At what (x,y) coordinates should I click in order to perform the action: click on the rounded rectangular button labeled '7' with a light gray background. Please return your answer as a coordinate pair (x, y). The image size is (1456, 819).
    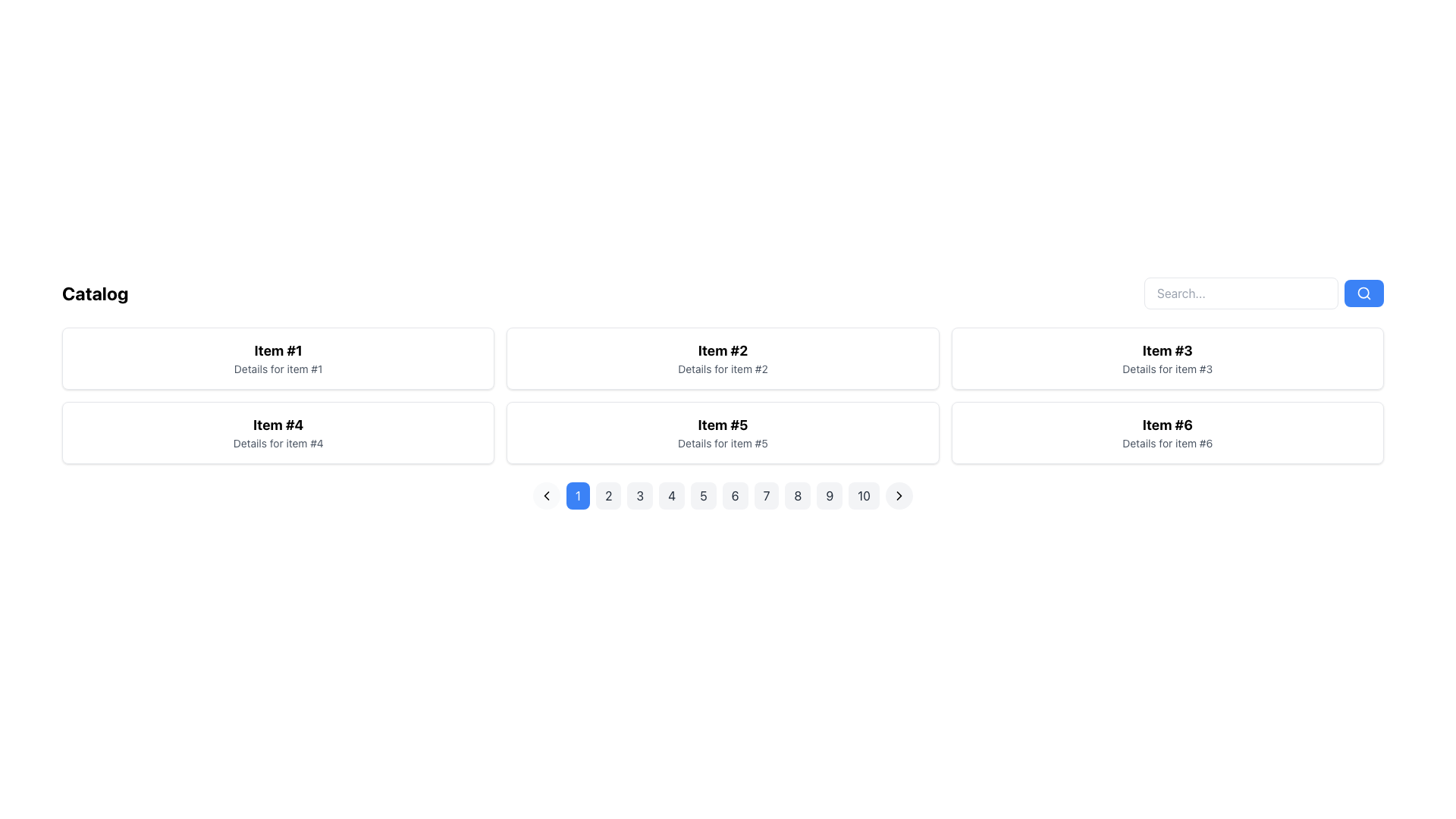
    Looking at the image, I should click on (767, 496).